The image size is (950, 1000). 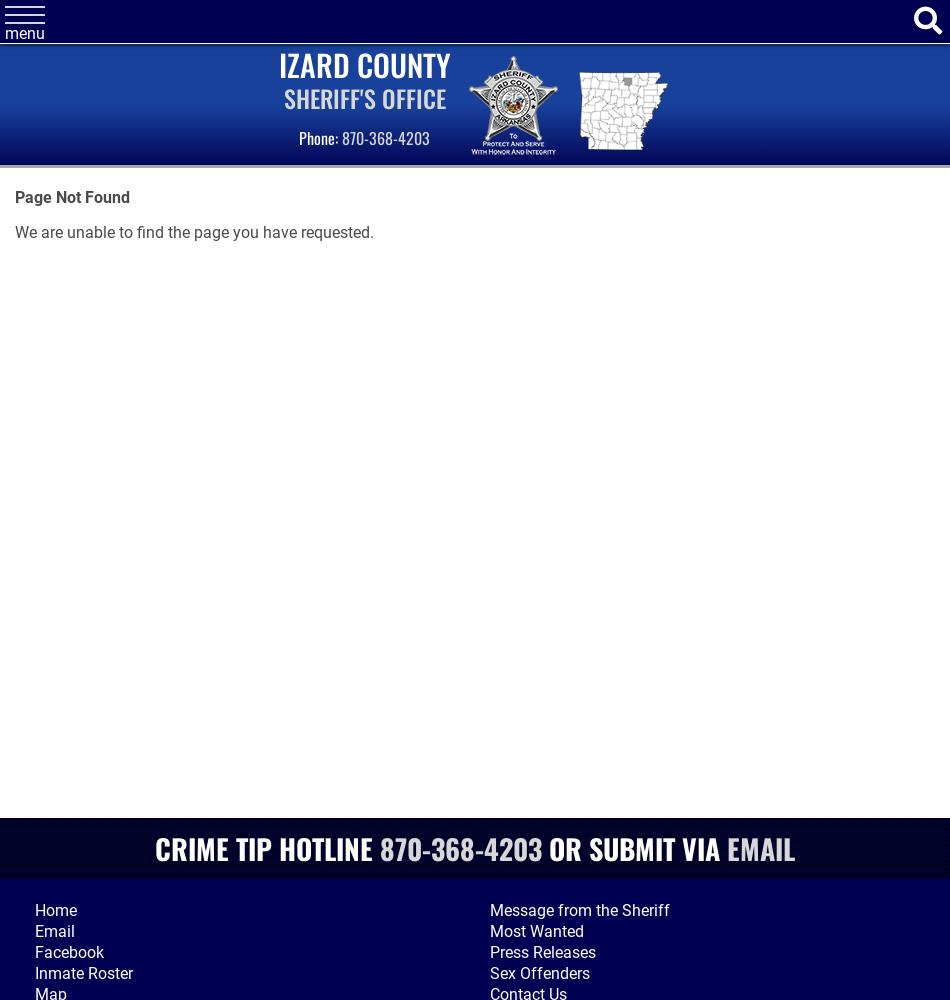 What do you see at coordinates (319, 138) in the screenshot?
I see `'Phone:'` at bounding box center [319, 138].